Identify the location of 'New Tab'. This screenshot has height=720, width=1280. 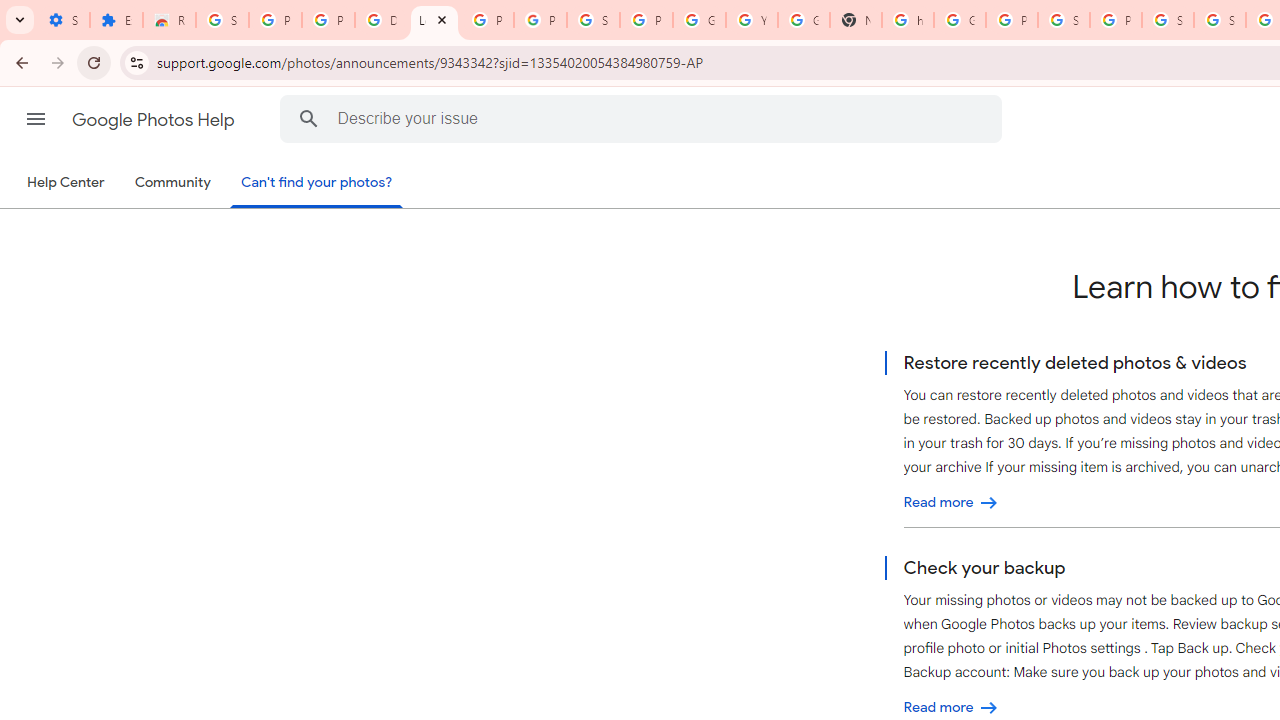
(855, 20).